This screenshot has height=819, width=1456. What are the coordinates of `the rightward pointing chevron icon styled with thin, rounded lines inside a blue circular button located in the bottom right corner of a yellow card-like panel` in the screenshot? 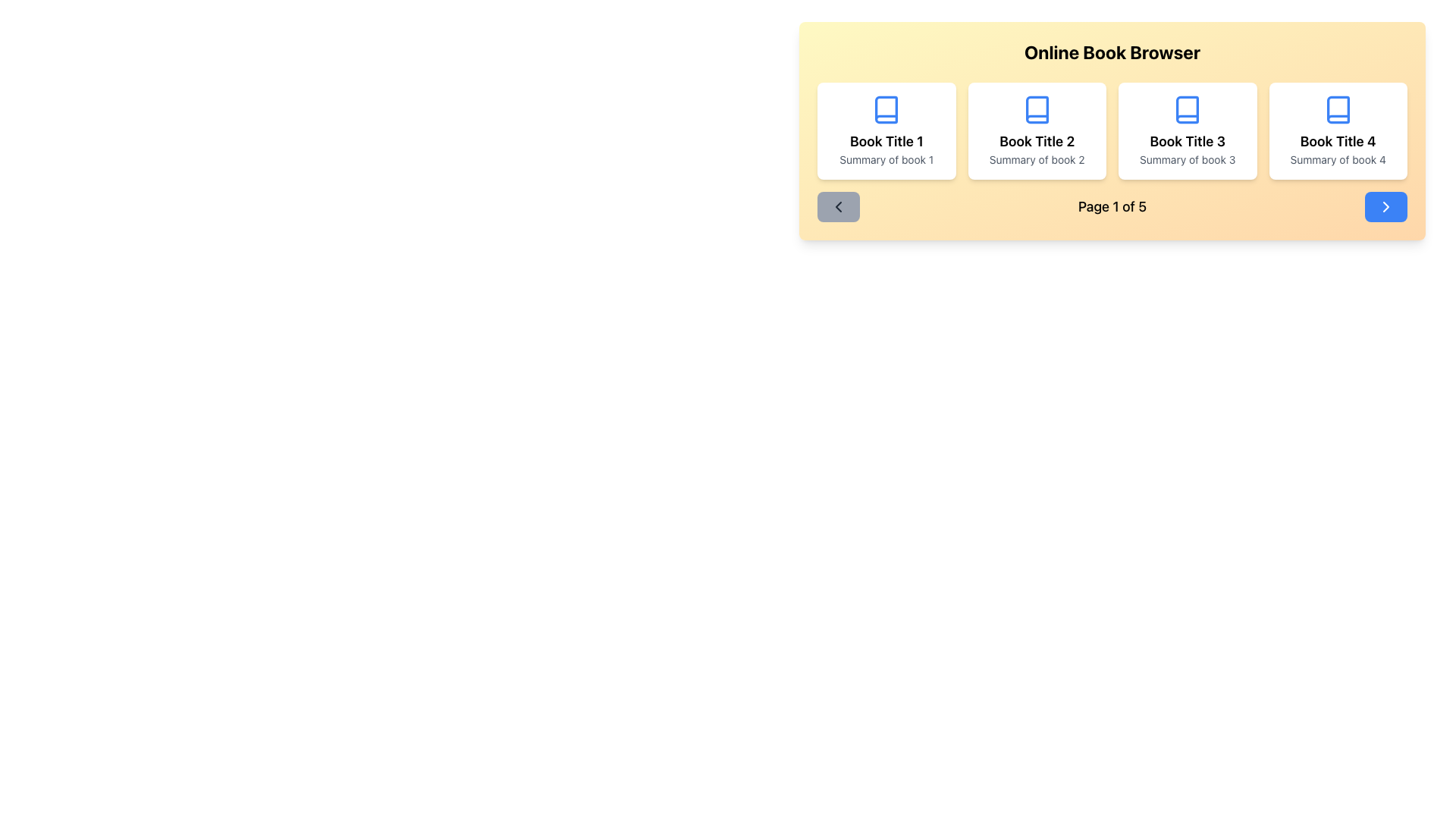 It's located at (1386, 207).